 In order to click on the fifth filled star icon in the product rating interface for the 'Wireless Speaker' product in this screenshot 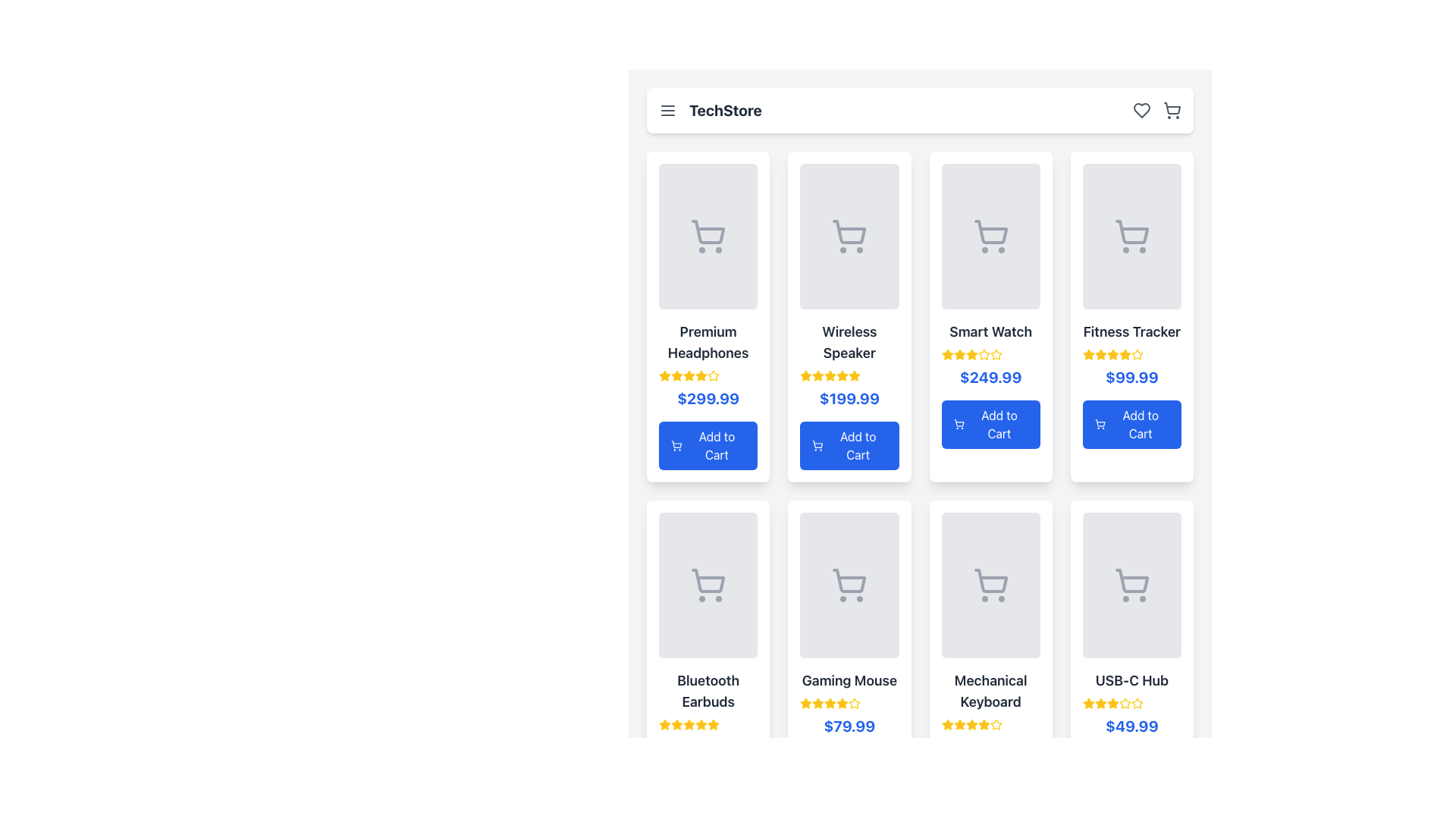, I will do `click(842, 375)`.